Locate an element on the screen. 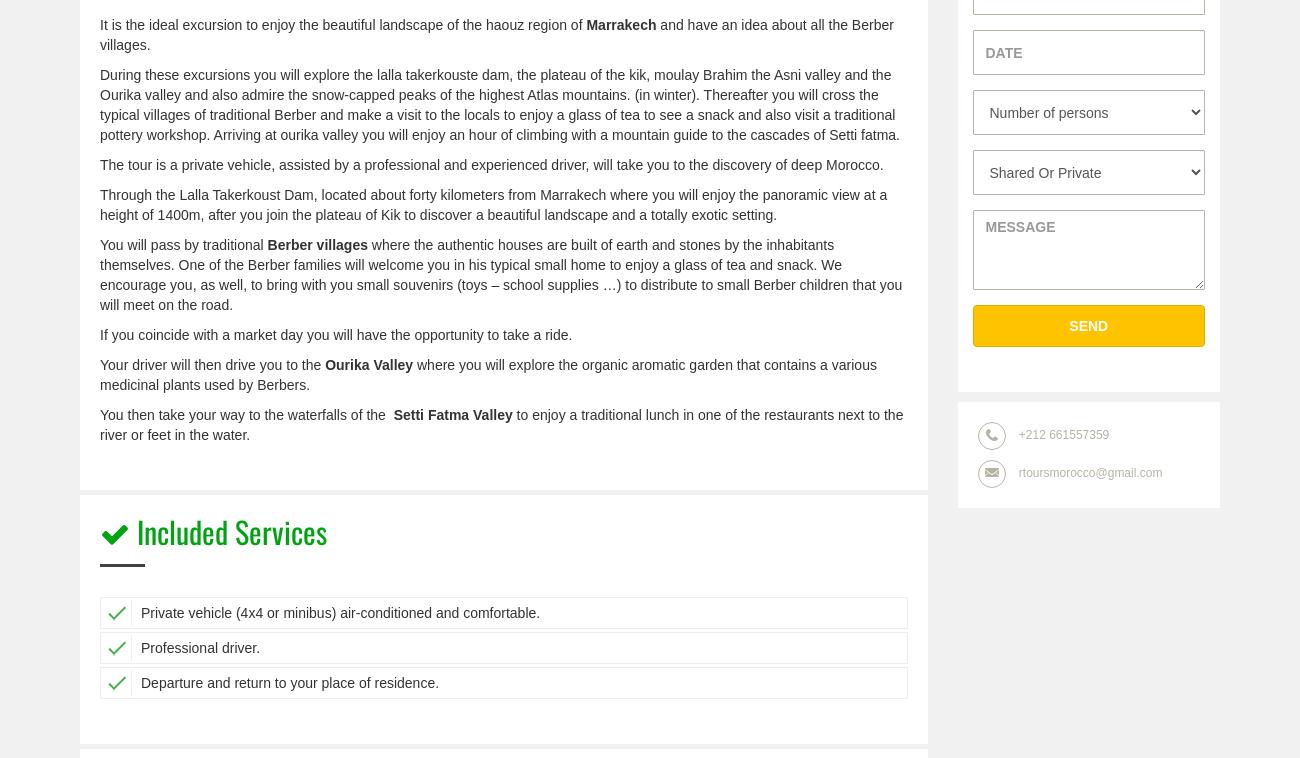 This screenshot has width=1300, height=758. 'Your driver will then drive you to the' is located at coordinates (212, 363).